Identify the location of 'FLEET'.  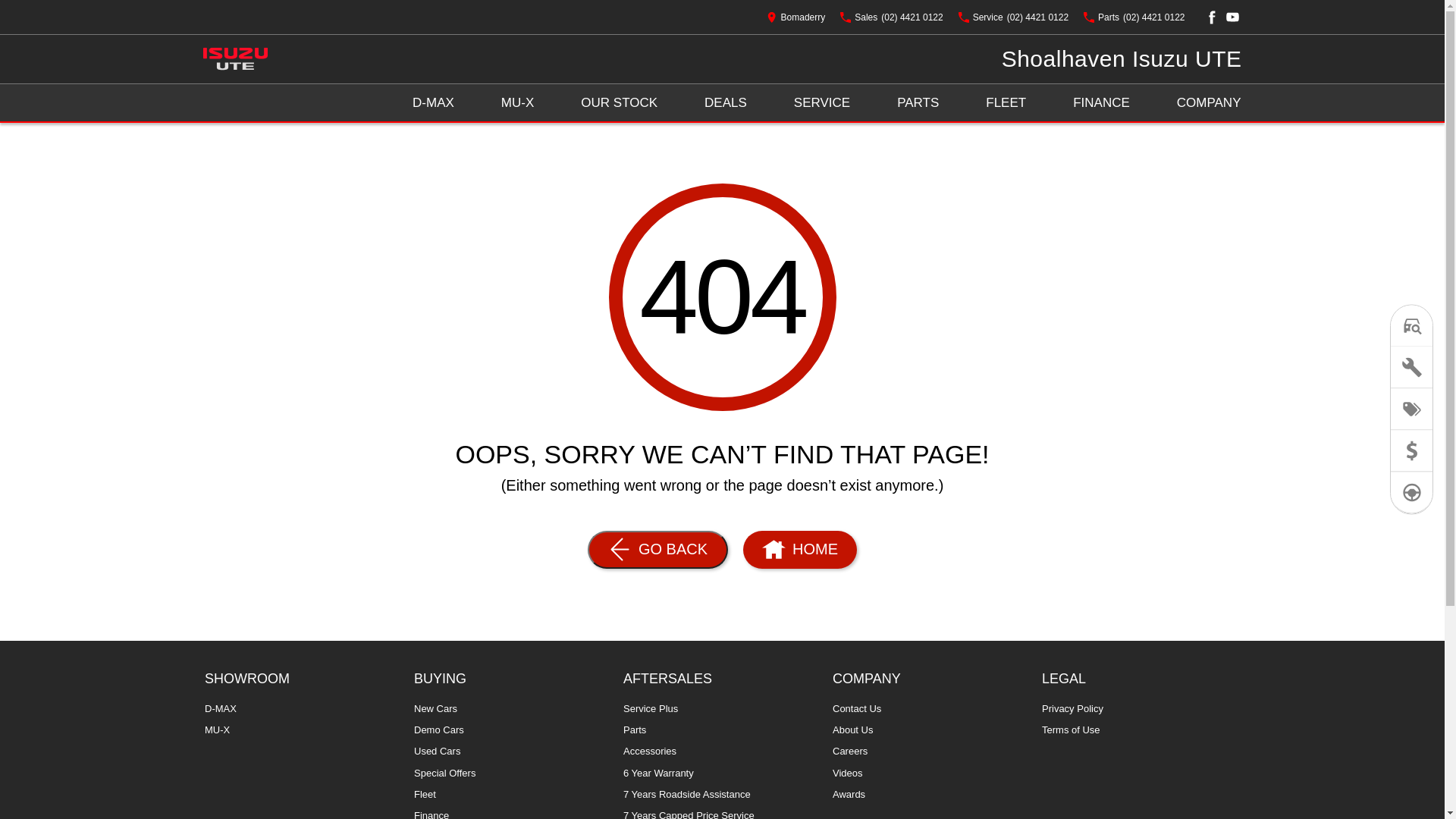
(973, 102).